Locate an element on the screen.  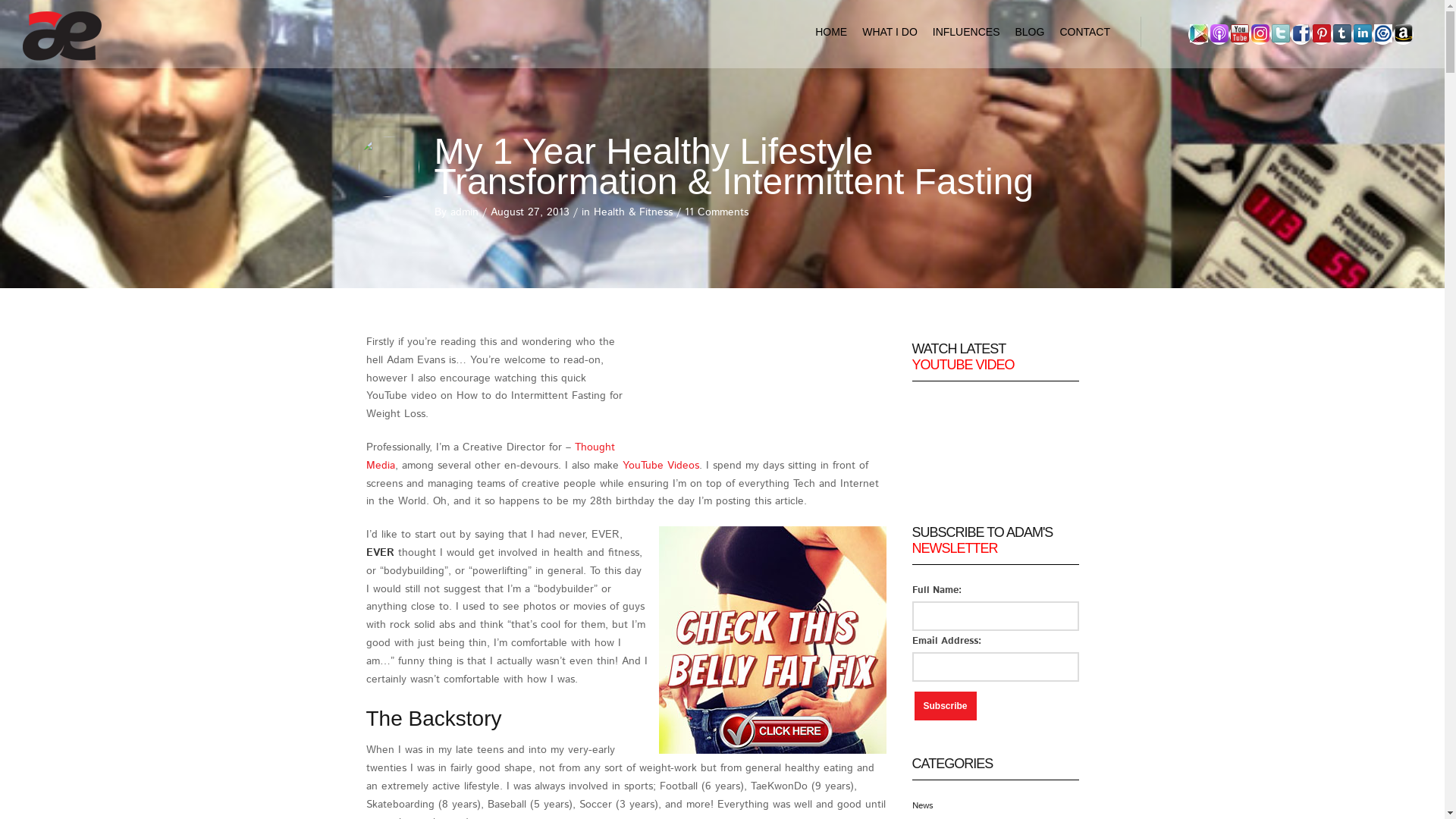
'HOME' is located at coordinates (830, 32).